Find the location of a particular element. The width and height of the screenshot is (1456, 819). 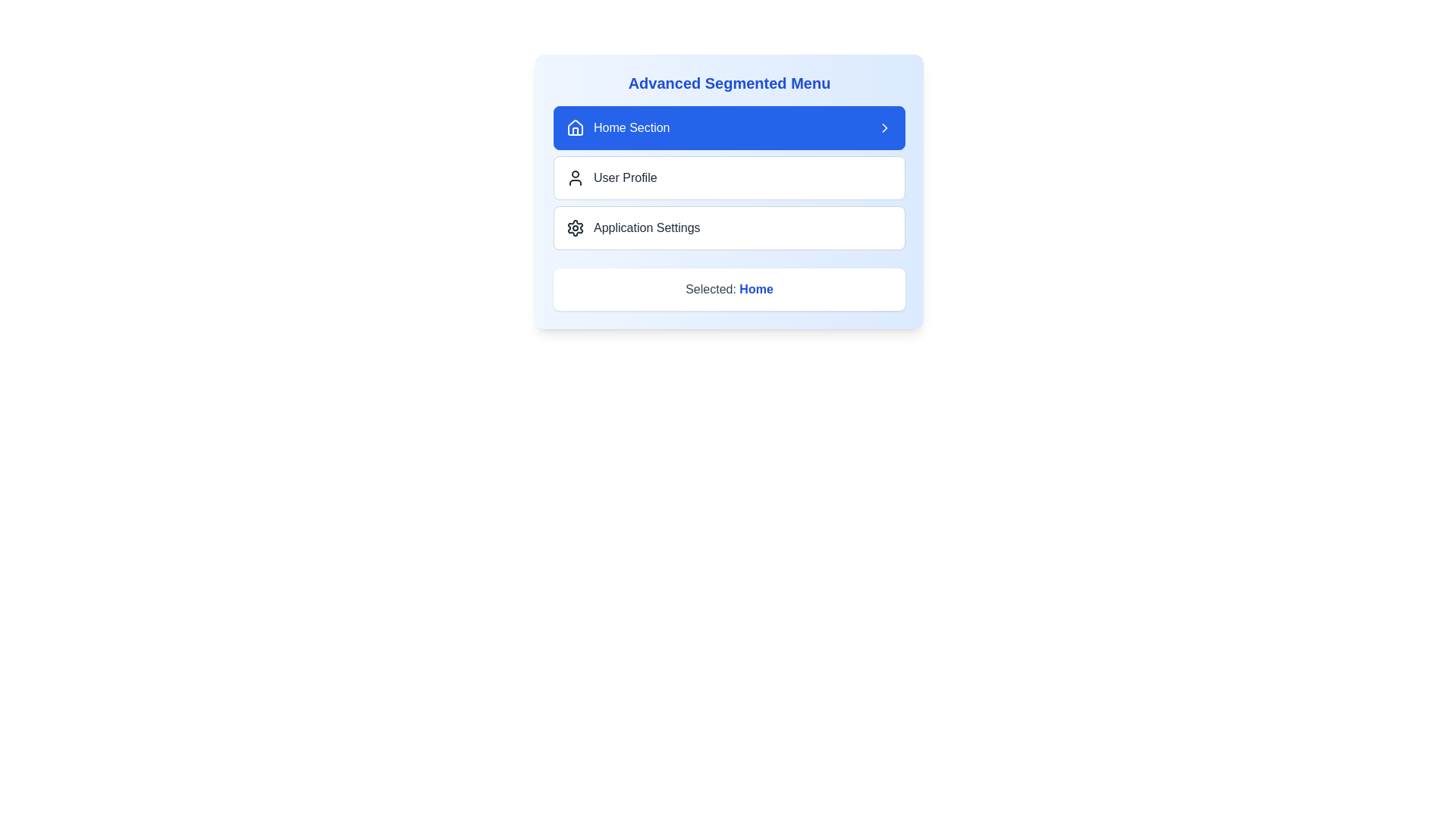

the chevron icon located to the far-right of the 'Home Section' button is located at coordinates (884, 127).